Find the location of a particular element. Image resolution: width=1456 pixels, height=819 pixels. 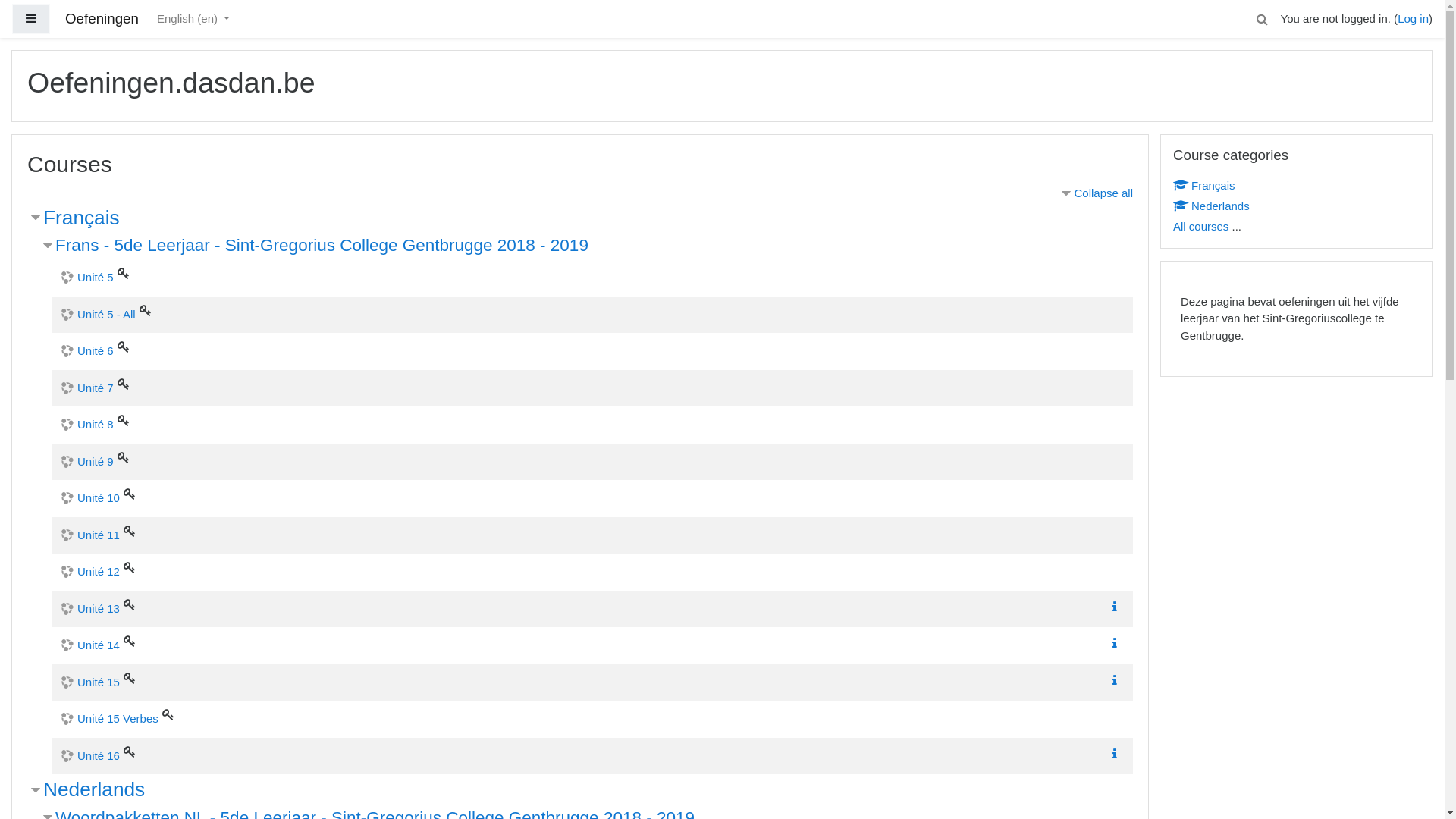

'Log in' is located at coordinates (1397, 18).